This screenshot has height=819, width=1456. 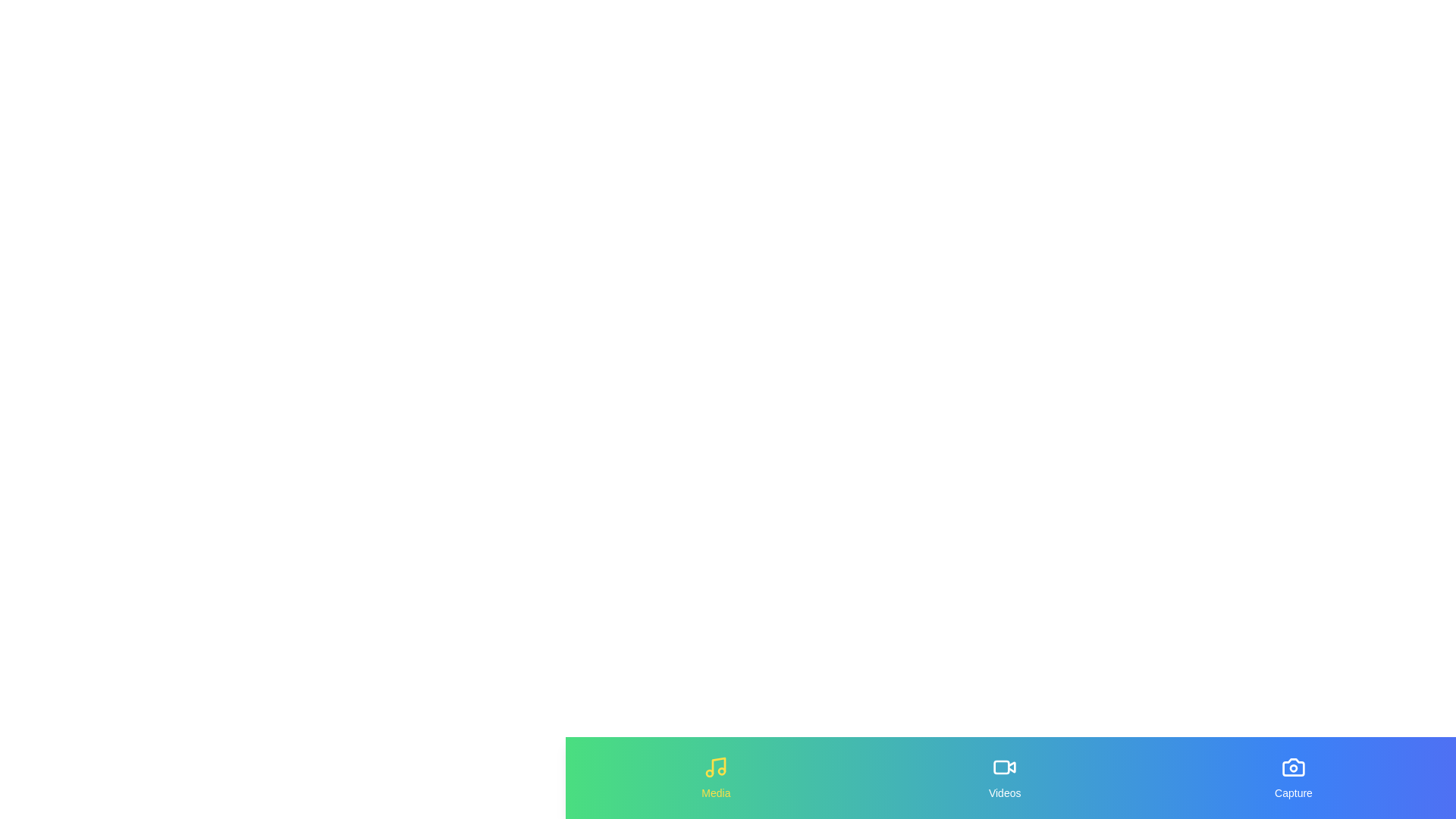 What do you see at coordinates (1004, 778) in the screenshot?
I see `the 'Videos' tab in the bottom navigation` at bounding box center [1004, 778].